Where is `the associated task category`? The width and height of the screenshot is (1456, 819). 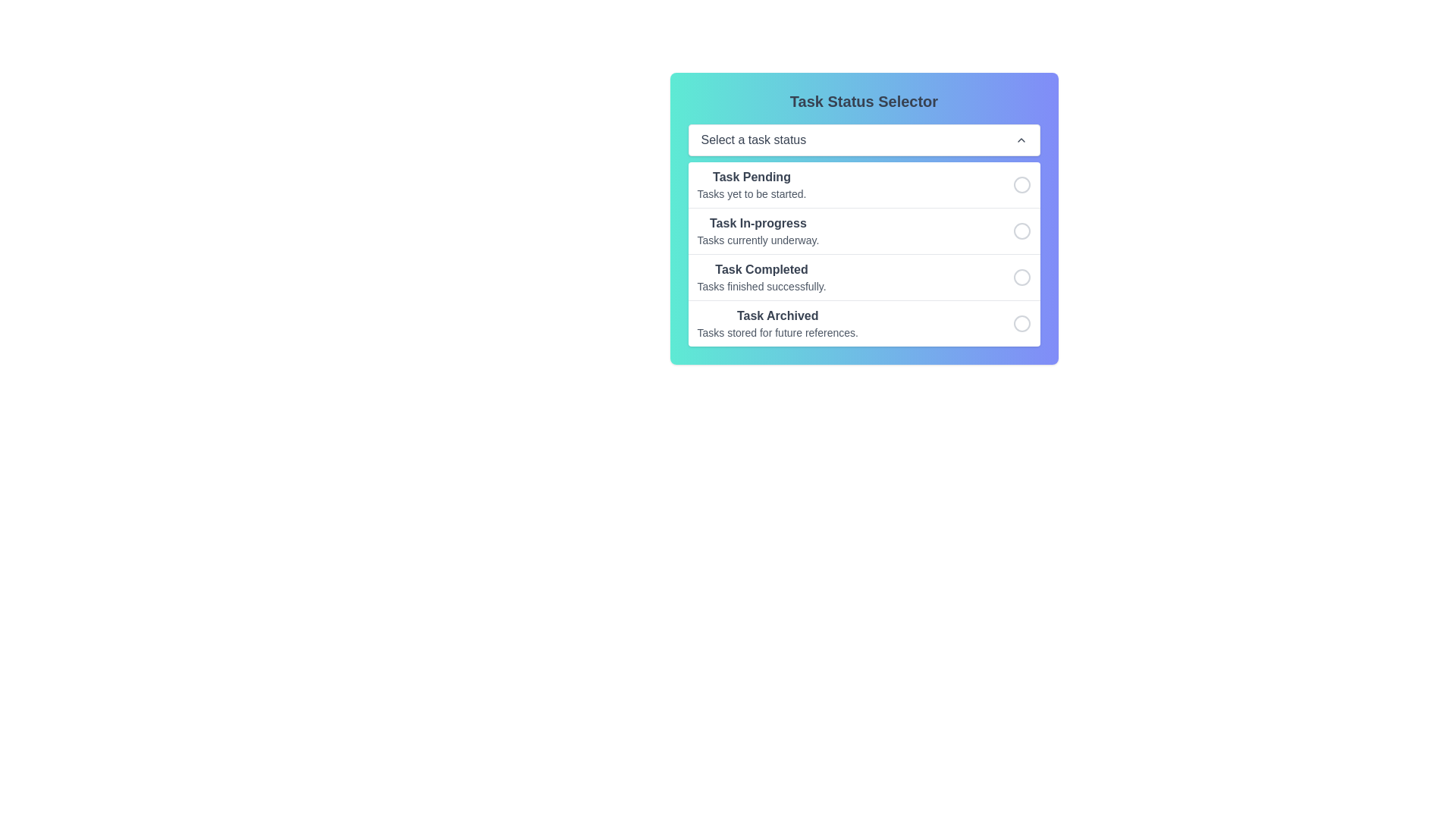
the associated task category is located at coordinates (758, 223).